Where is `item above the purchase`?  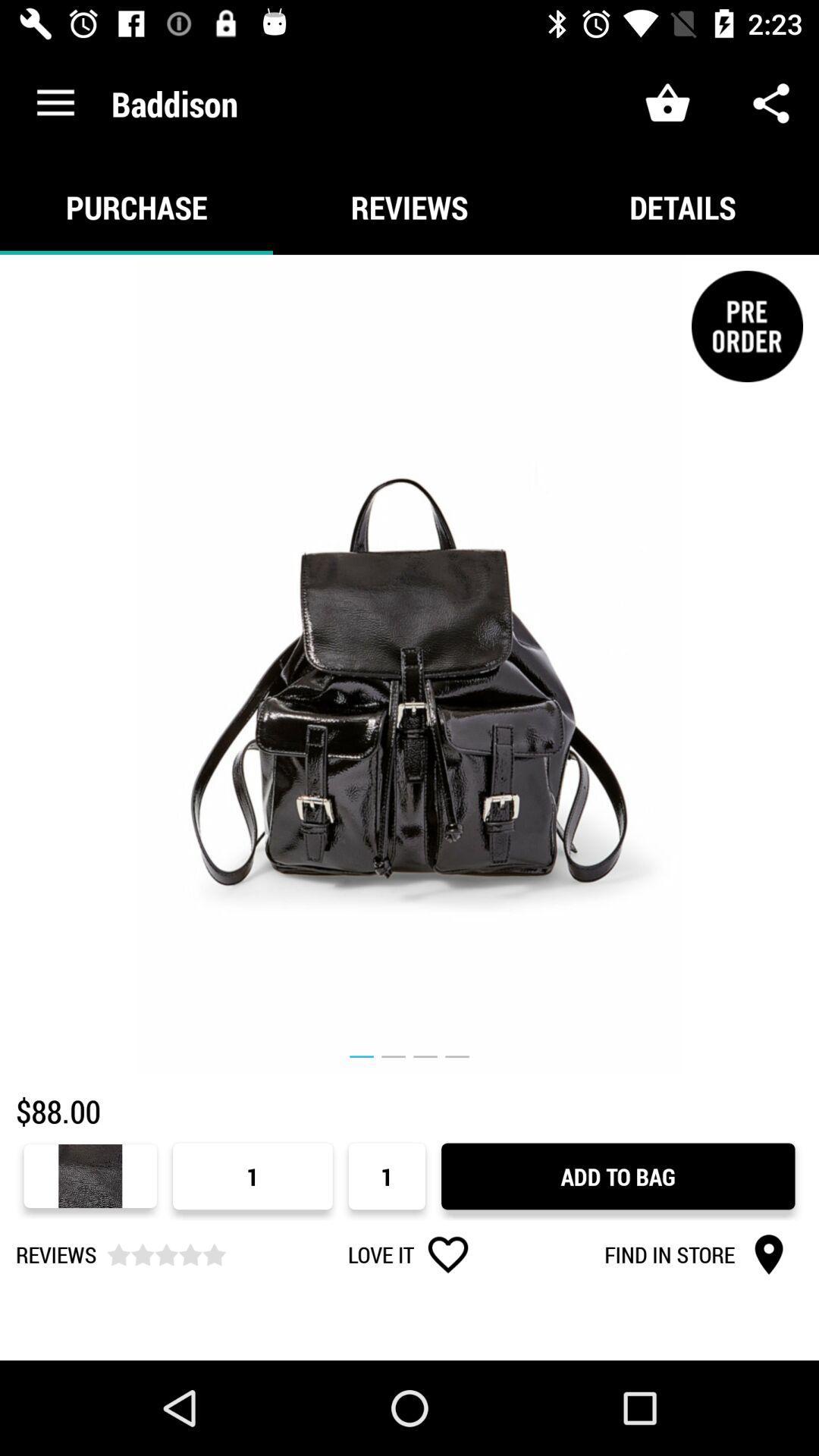 item above the purchase is located at coordinates (55, 102).